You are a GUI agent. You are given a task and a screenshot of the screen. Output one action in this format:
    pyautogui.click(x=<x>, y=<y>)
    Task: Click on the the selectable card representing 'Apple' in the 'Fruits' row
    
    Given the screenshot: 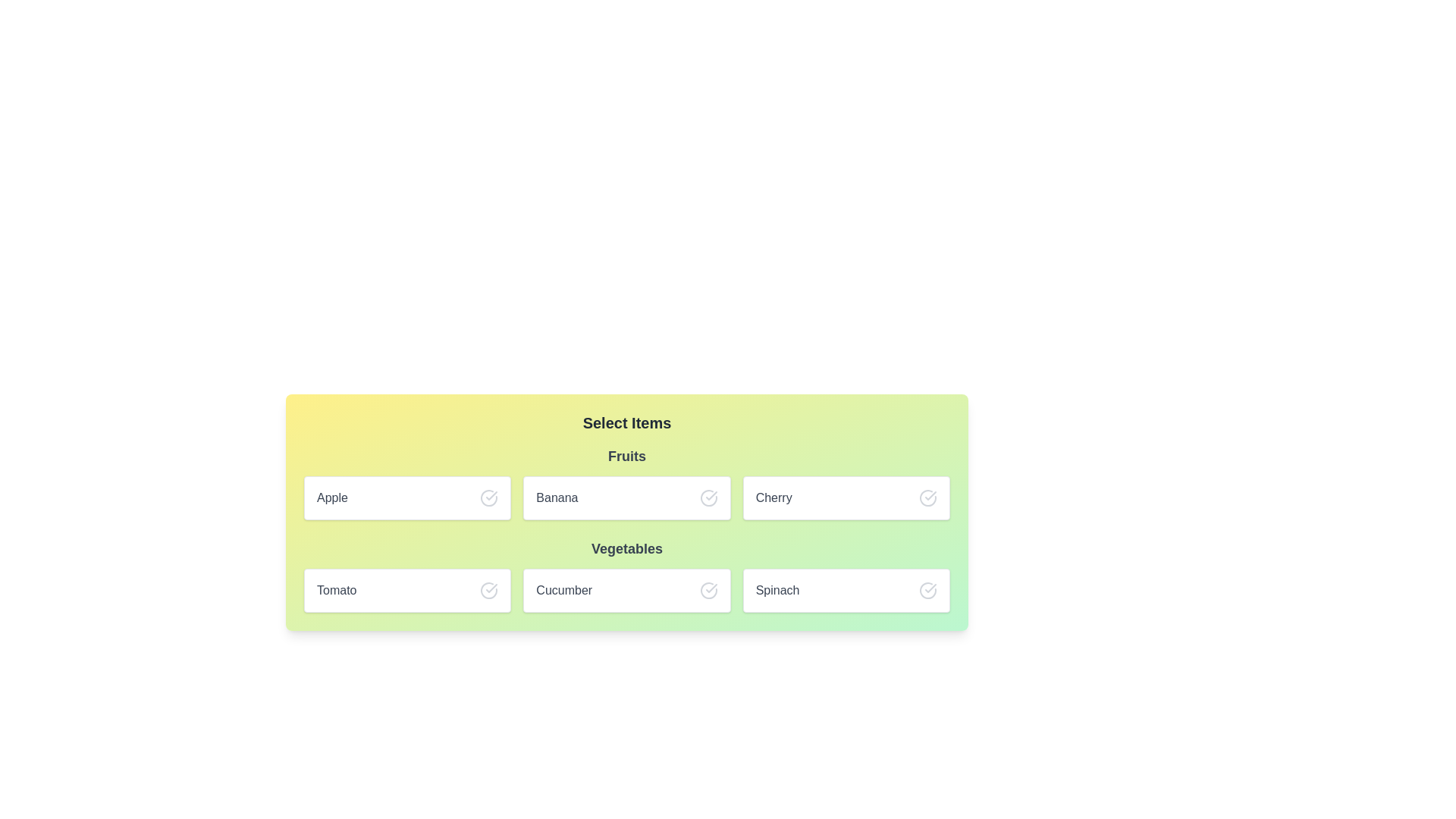 What is the action you would take?
    pyautogui.click(x=407, y=497)
    